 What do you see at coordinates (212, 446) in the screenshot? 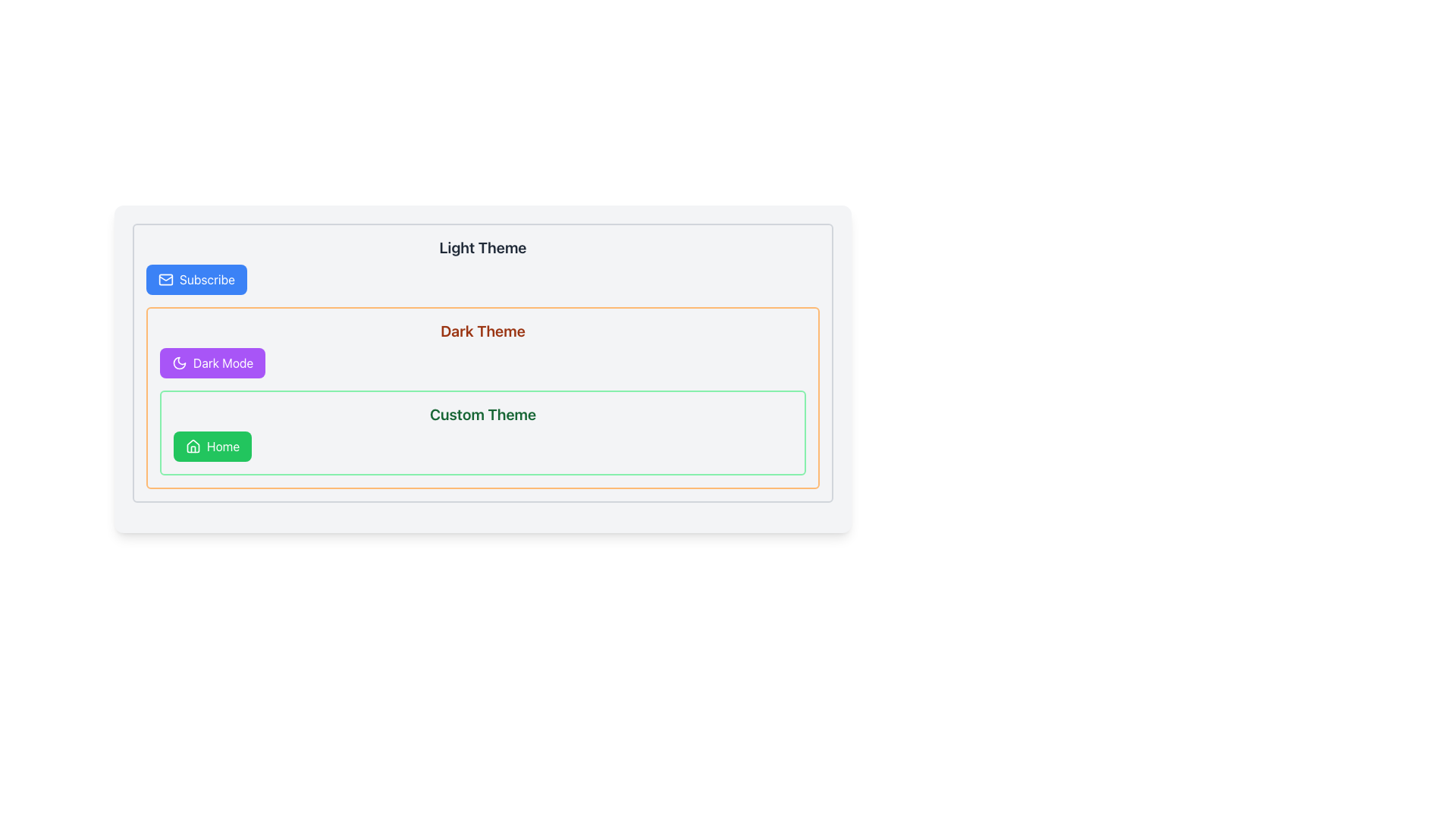
I see `the navigation button located at the bottom-left corner of the 'Custom Theme' section` at bounding box center [212, 446].